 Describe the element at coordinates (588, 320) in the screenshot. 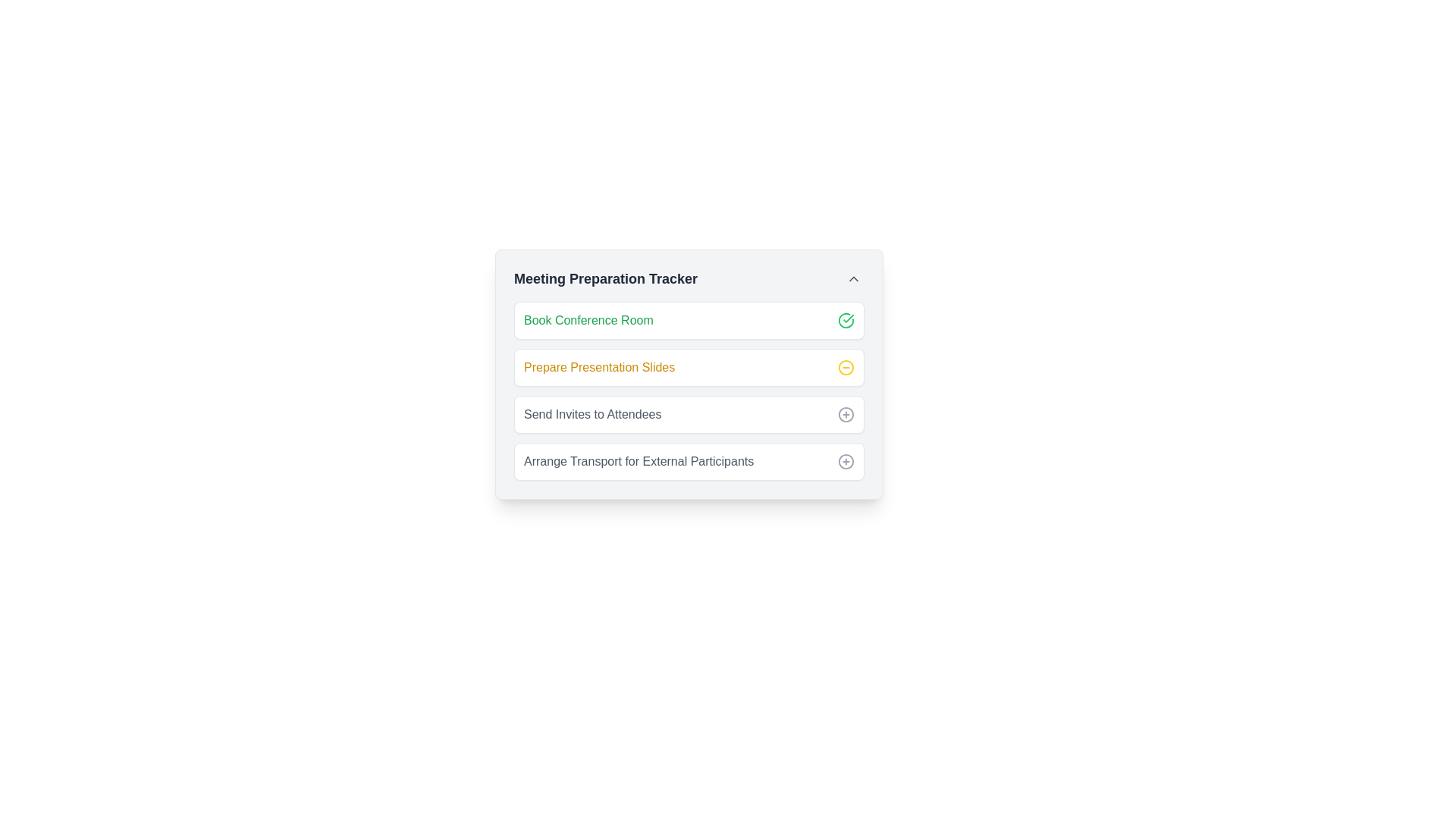

I see `the text label 'Book Conference Room' located in the task list under 'Meeting Preparation Tracker'` at that location.